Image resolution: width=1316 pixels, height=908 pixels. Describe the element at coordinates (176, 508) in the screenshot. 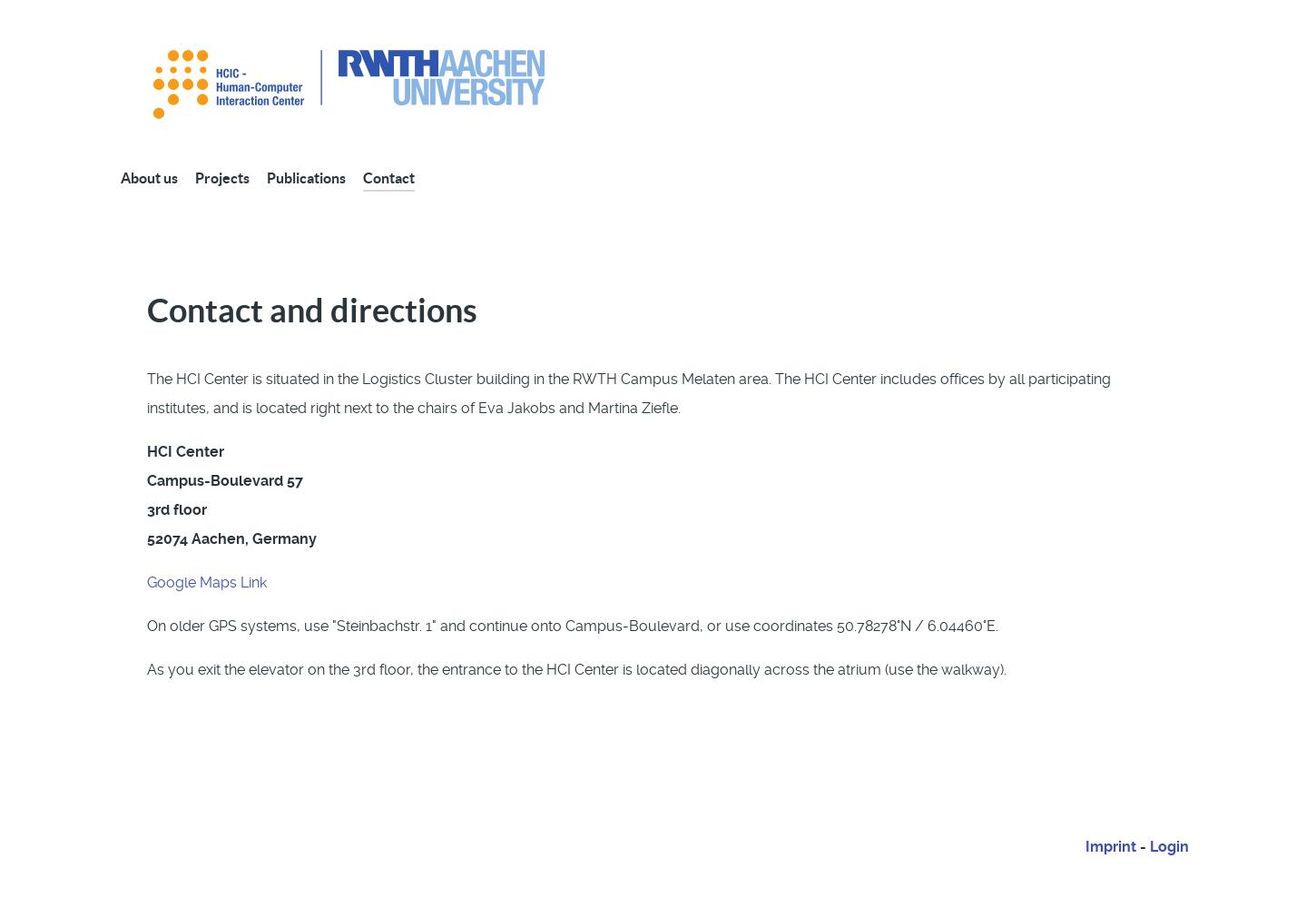

I see `'3rd floor'` at that location.